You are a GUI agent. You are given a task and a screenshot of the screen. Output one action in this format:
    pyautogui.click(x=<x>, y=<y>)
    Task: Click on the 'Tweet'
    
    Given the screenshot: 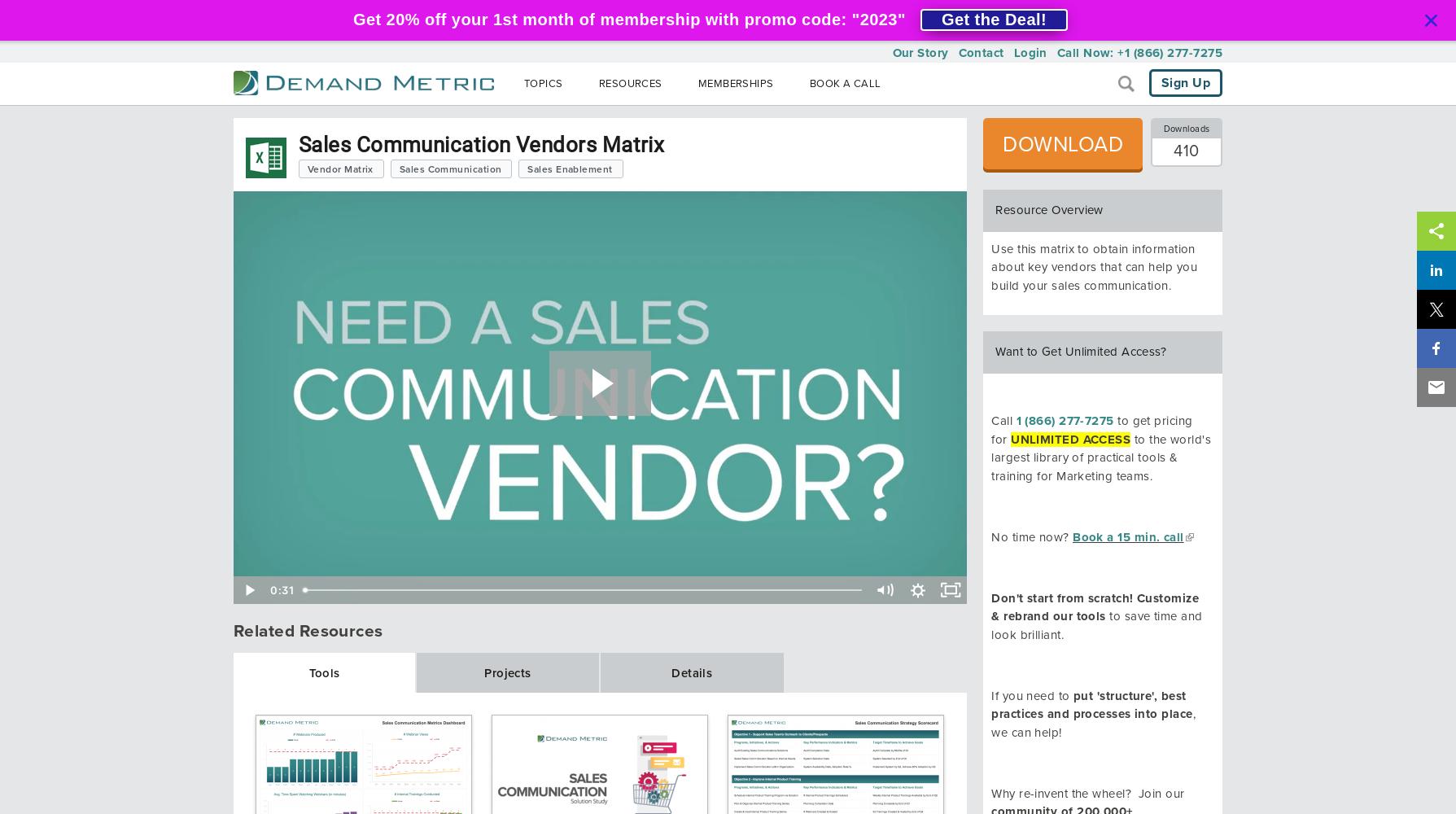 What is the action you would take?
    pyautogui.click(x=1419, y=328)
    